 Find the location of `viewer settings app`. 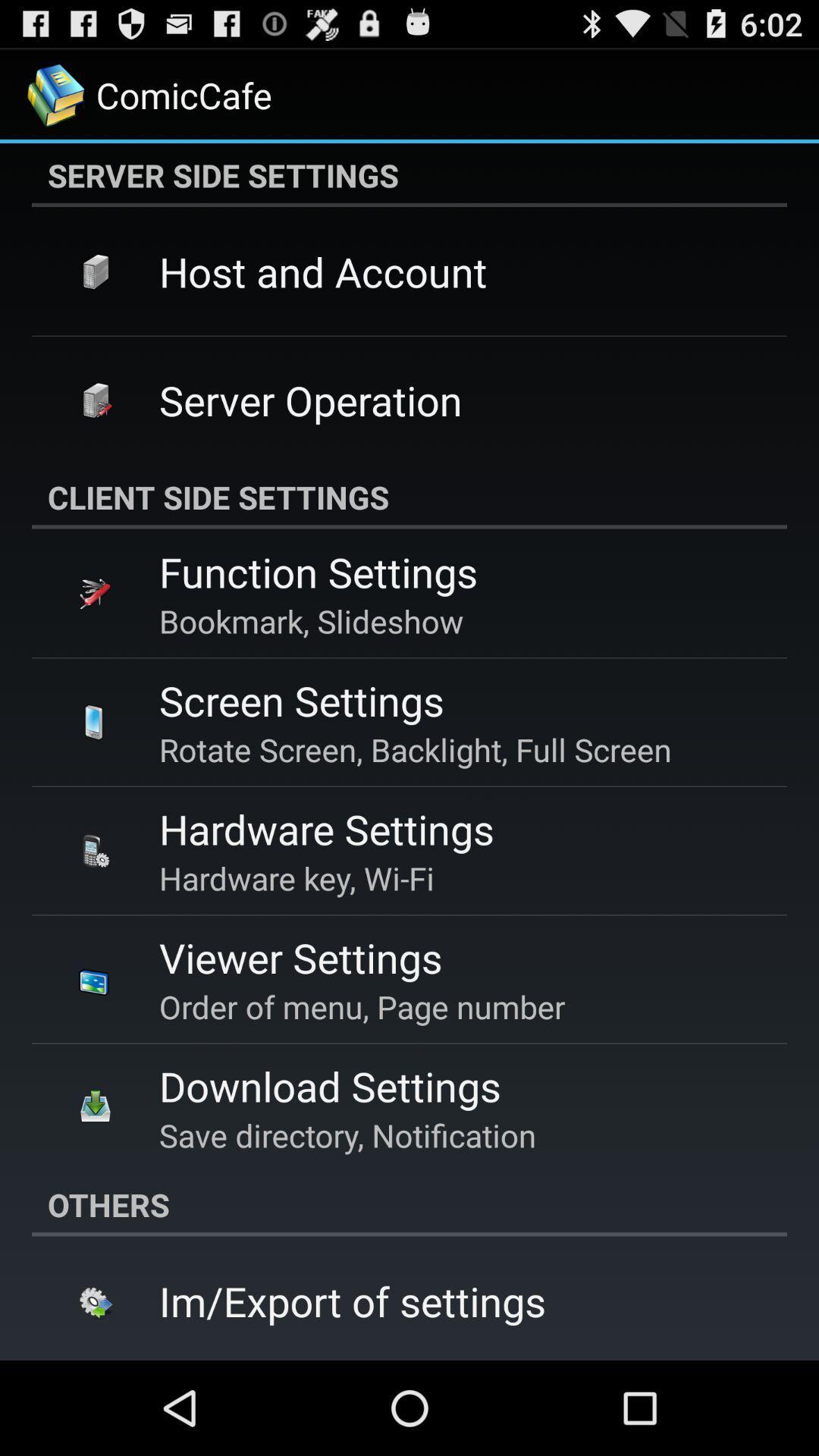

viewer settings app is located at coordinates (300, 956).